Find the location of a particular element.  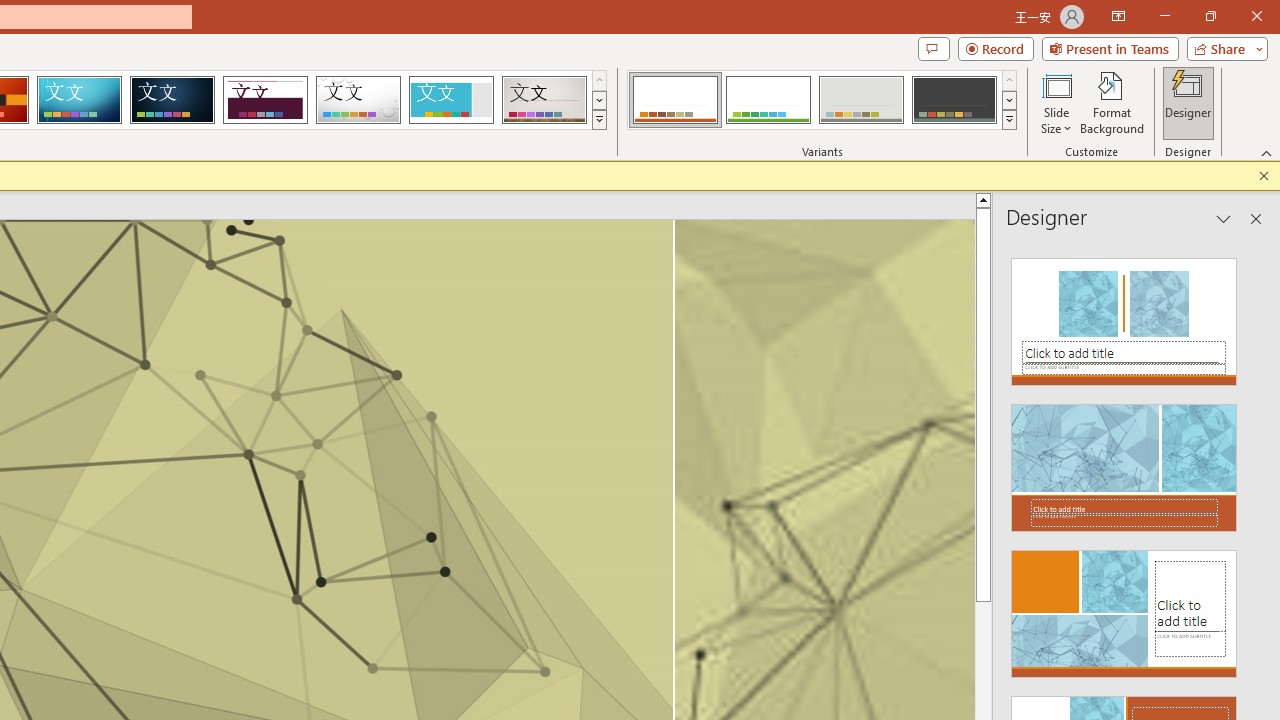

'Variants' is located at coordinates (1009, 120).